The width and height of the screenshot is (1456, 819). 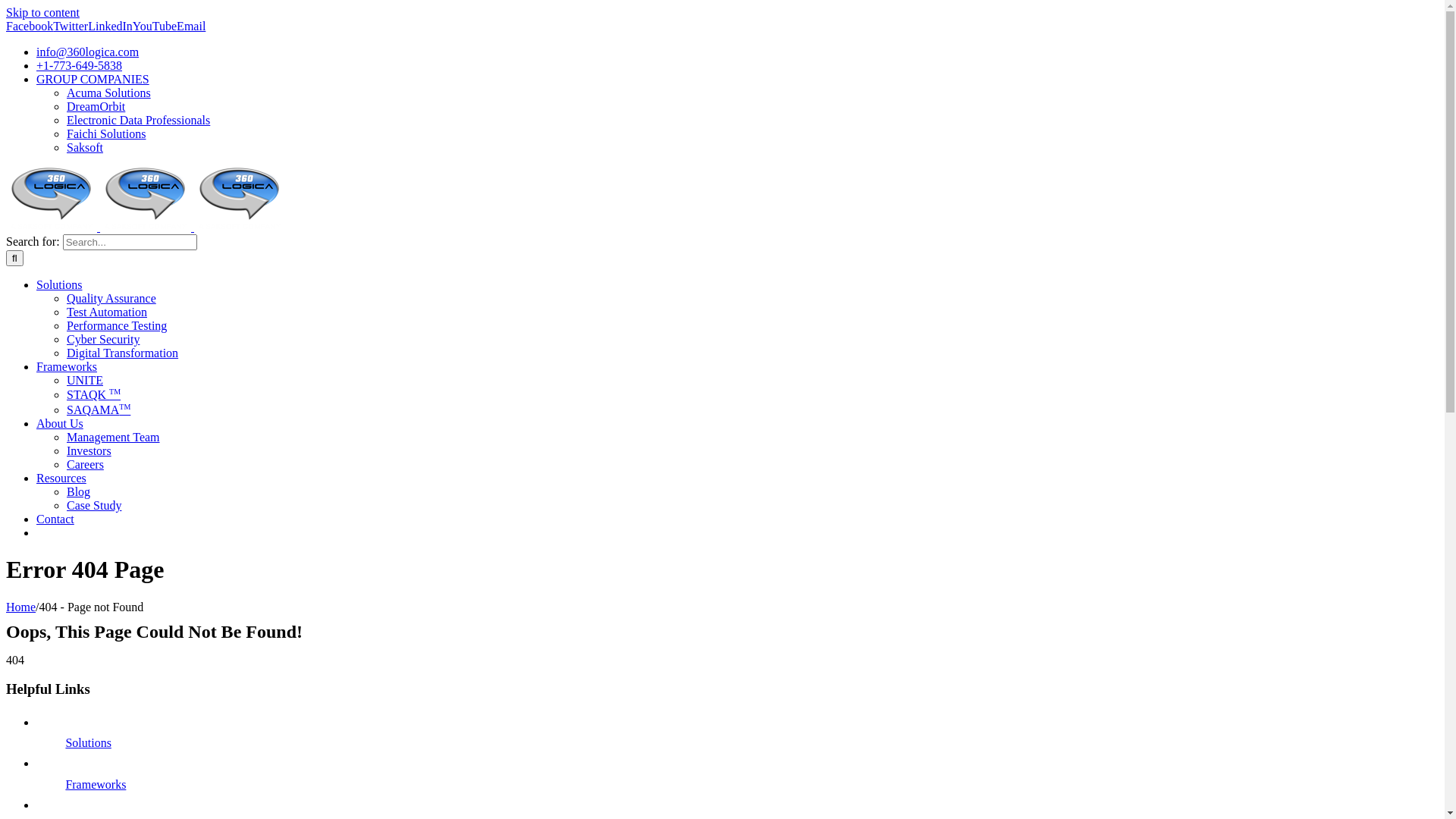 I want to click on 'Facebook', so click(x=29, y=26).